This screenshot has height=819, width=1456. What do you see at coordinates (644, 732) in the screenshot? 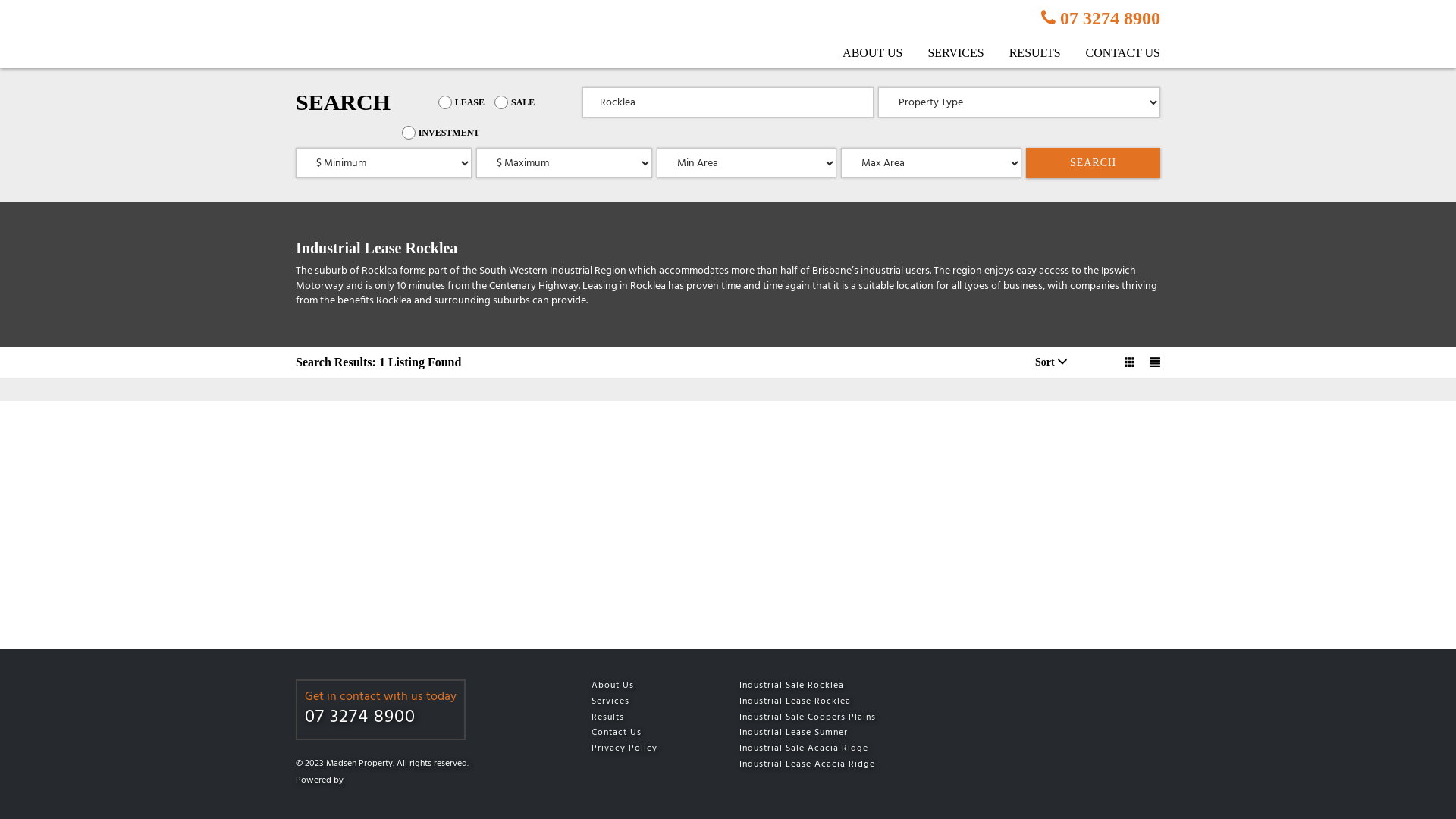
I see `'Contact Us'` at bounding box center [644, 732].